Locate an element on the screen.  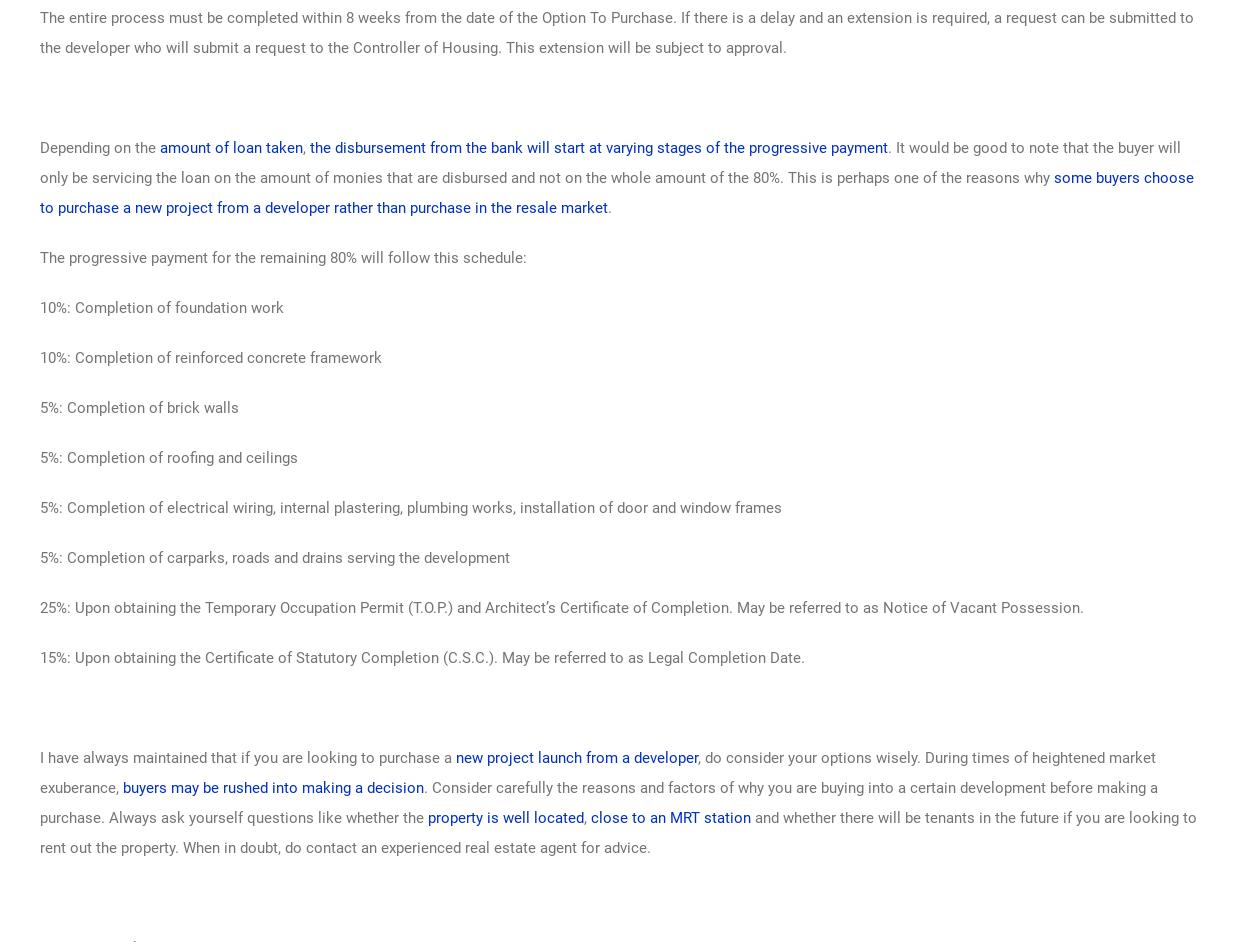
'Depending on the' is located at coordinates (99, 146).